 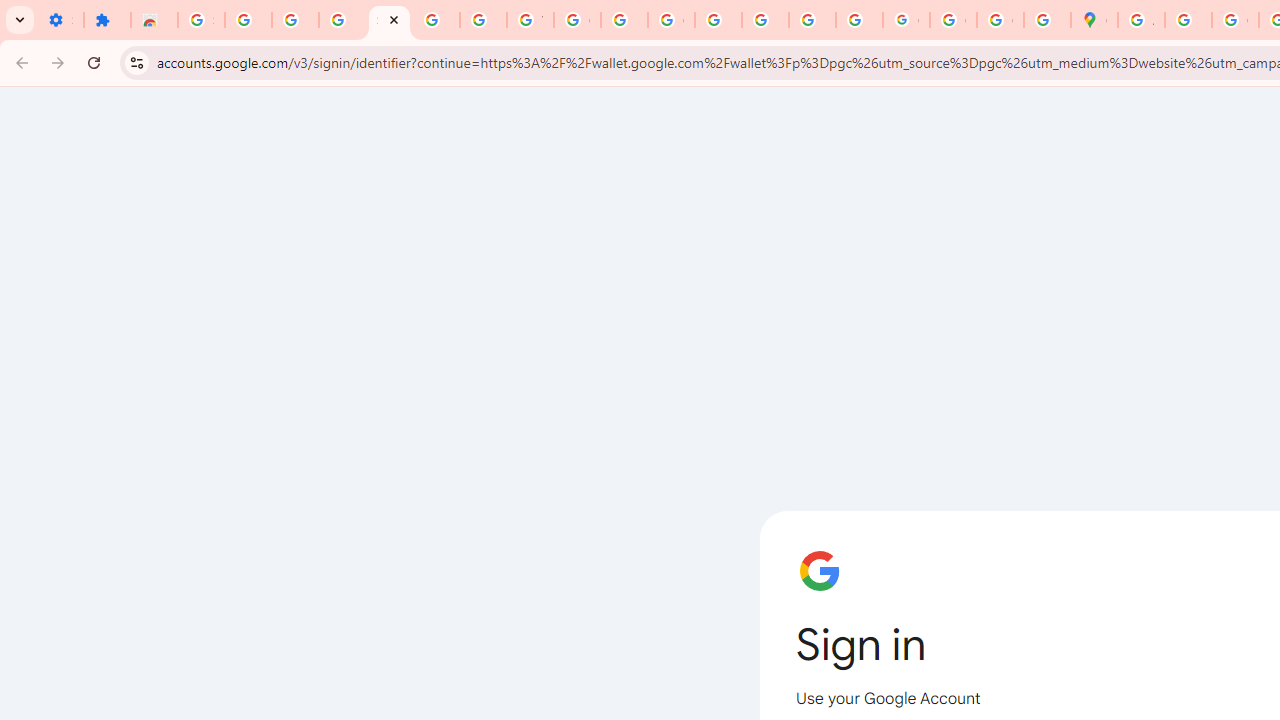 What do you see at coordinates (718, 20) in the screenshot?
I see `'Privacy Help Center - Policies Help'` at bounding box center [718, 20].